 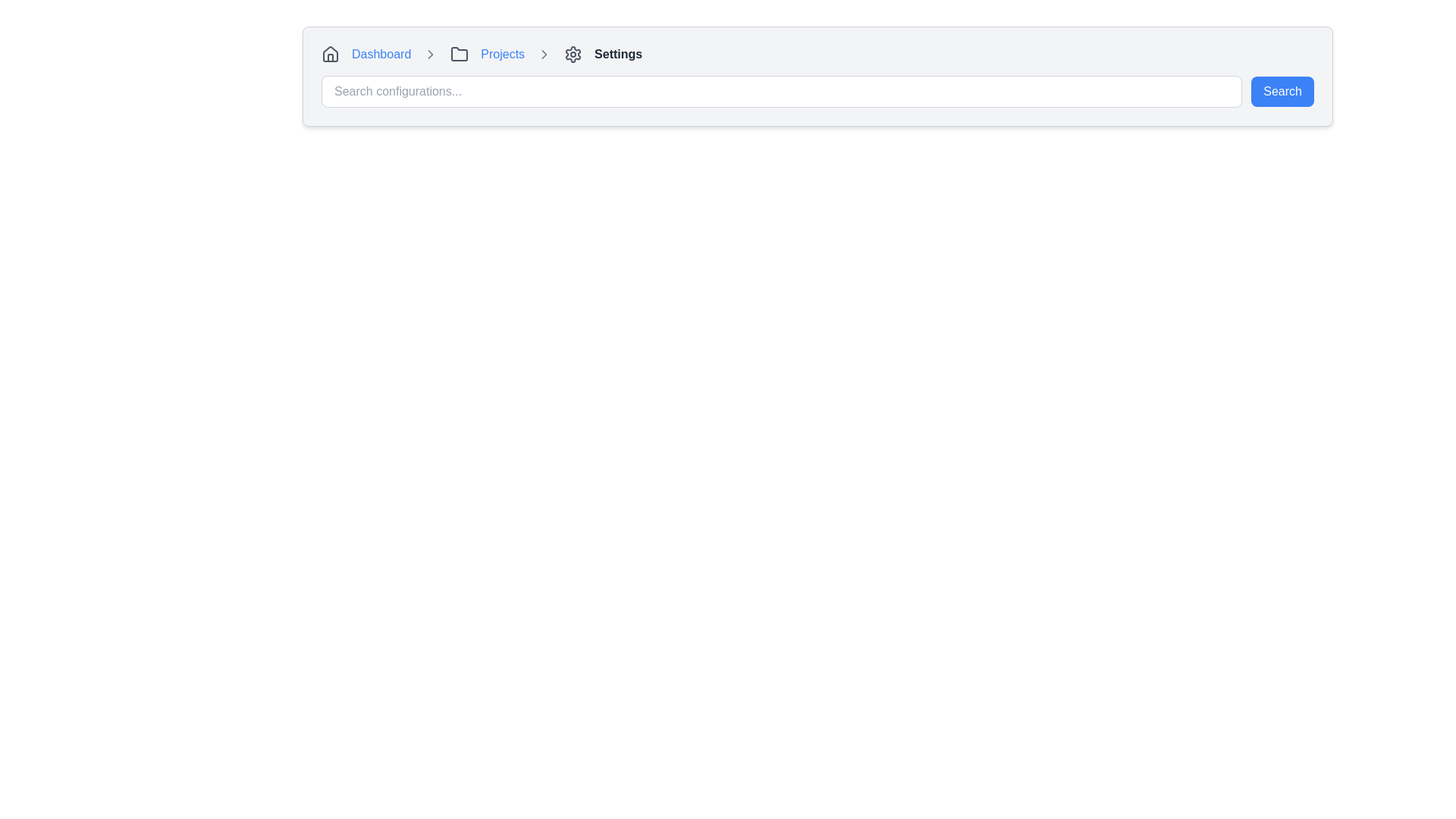 What do you see at coordinates (330, 54) in the screenshot?
I see `the house-shaped icon at the beginning of the breadcrumb navigation bar` at bounding box center [330, 54].